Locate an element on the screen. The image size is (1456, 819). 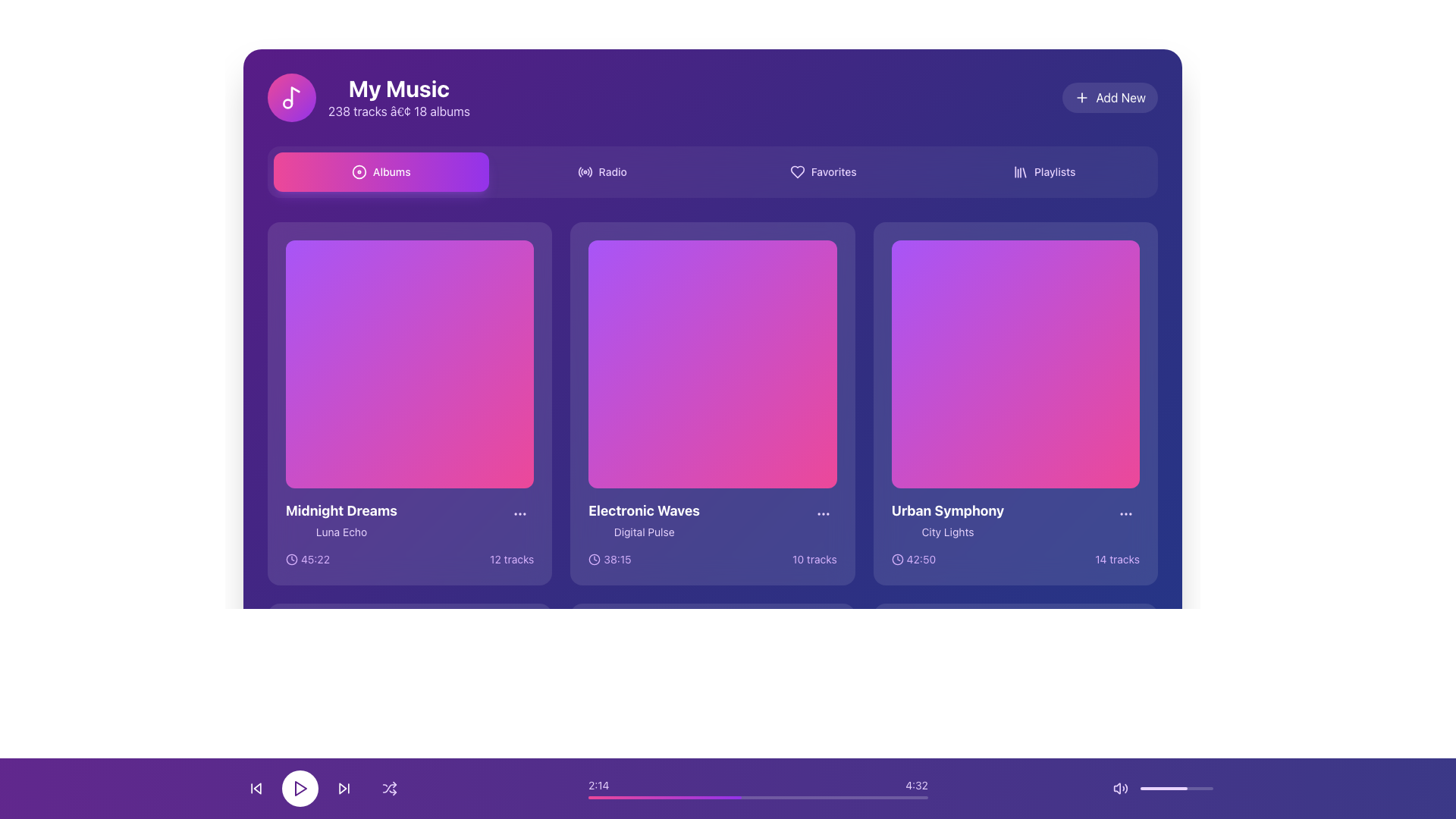
the 'Favorites' icon in the navigation bar is located at coordinates (796, 171).